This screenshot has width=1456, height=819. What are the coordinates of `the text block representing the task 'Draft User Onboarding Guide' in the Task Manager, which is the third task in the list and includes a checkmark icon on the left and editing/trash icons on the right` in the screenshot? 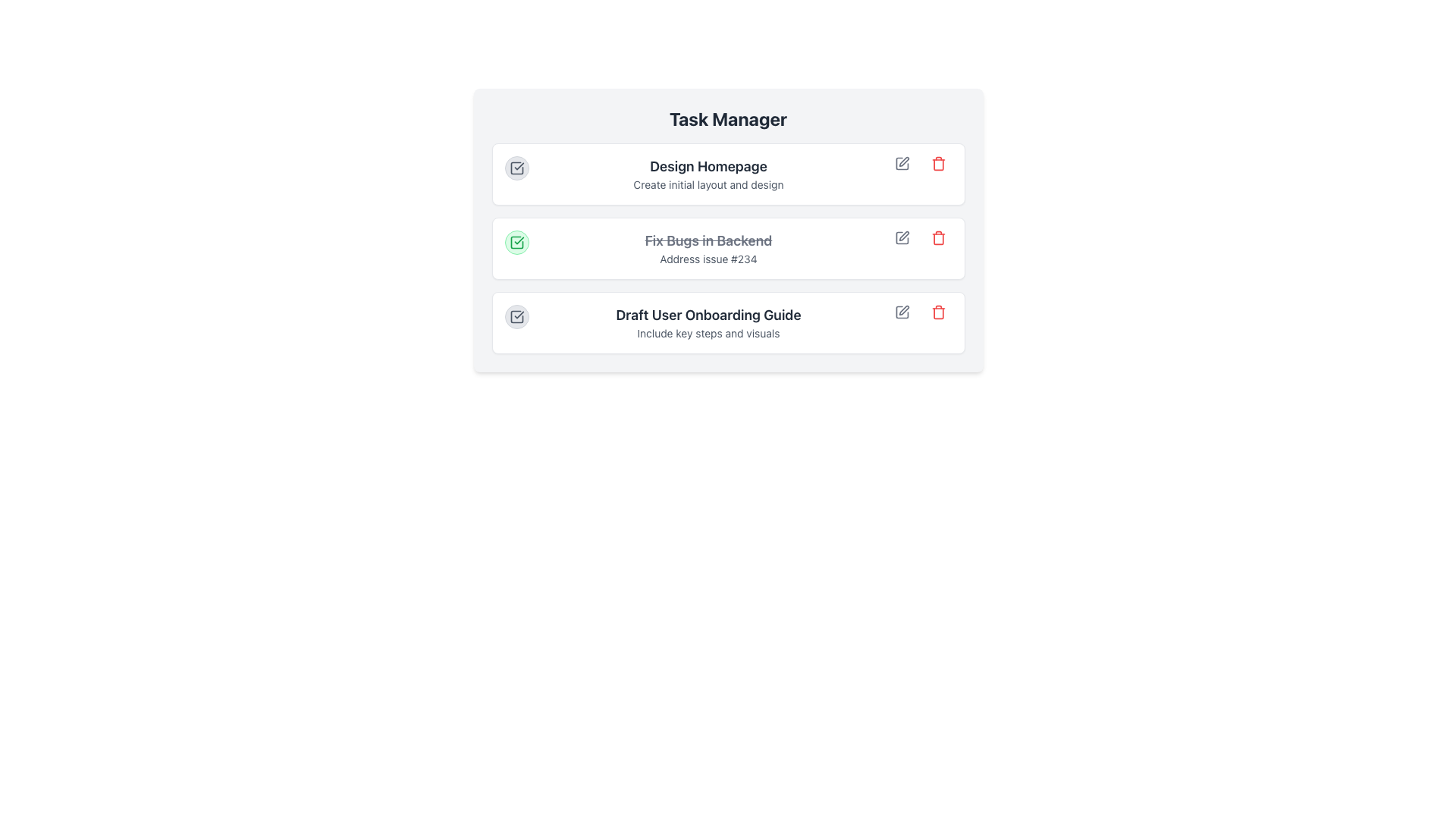 It's located at (708, 322).